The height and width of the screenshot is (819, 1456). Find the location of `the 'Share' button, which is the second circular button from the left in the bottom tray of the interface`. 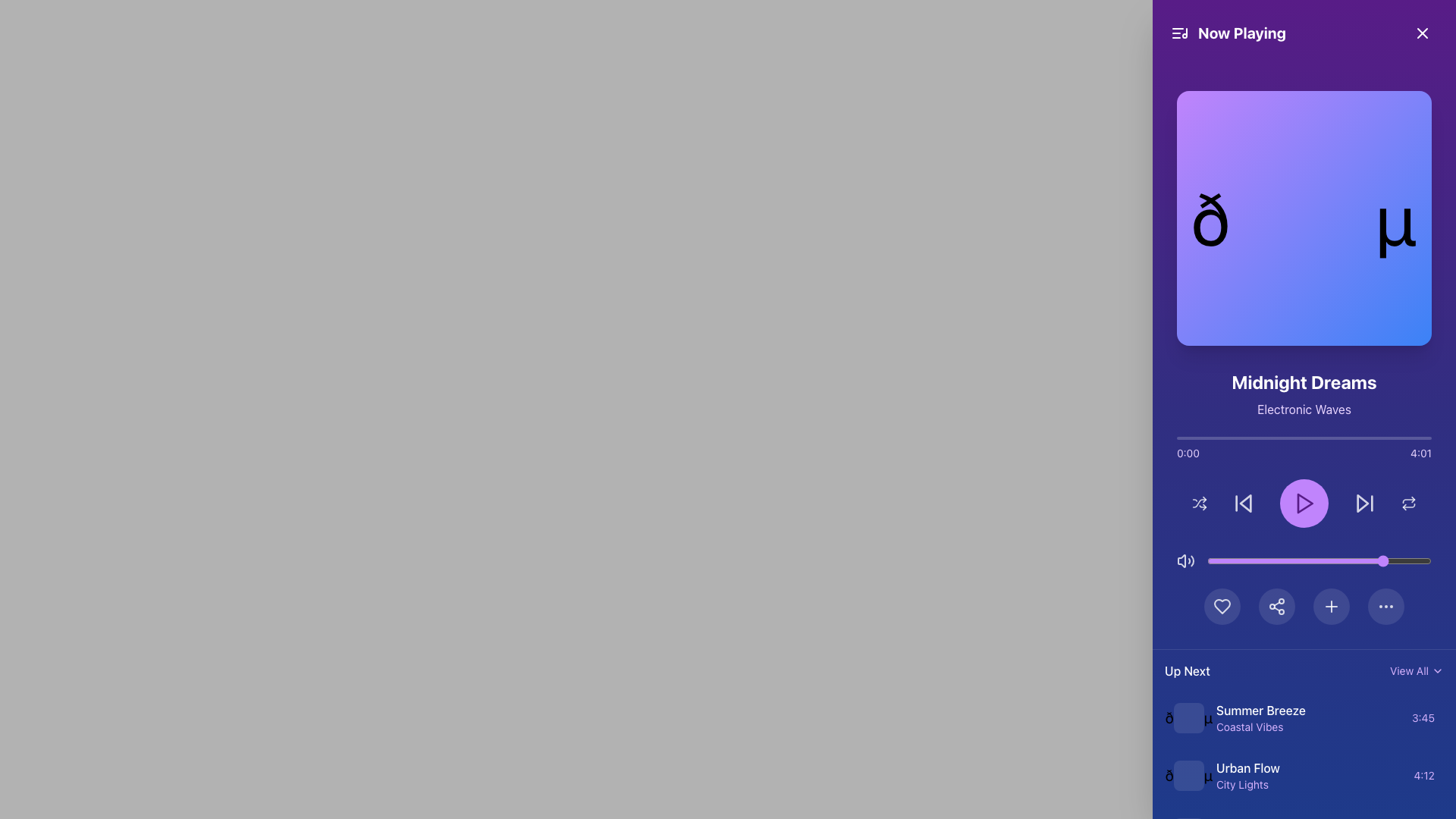

the 'Share' button, which is the second circular button from the left in the bottom tray of the interface is located at coordinates (1276, 605).